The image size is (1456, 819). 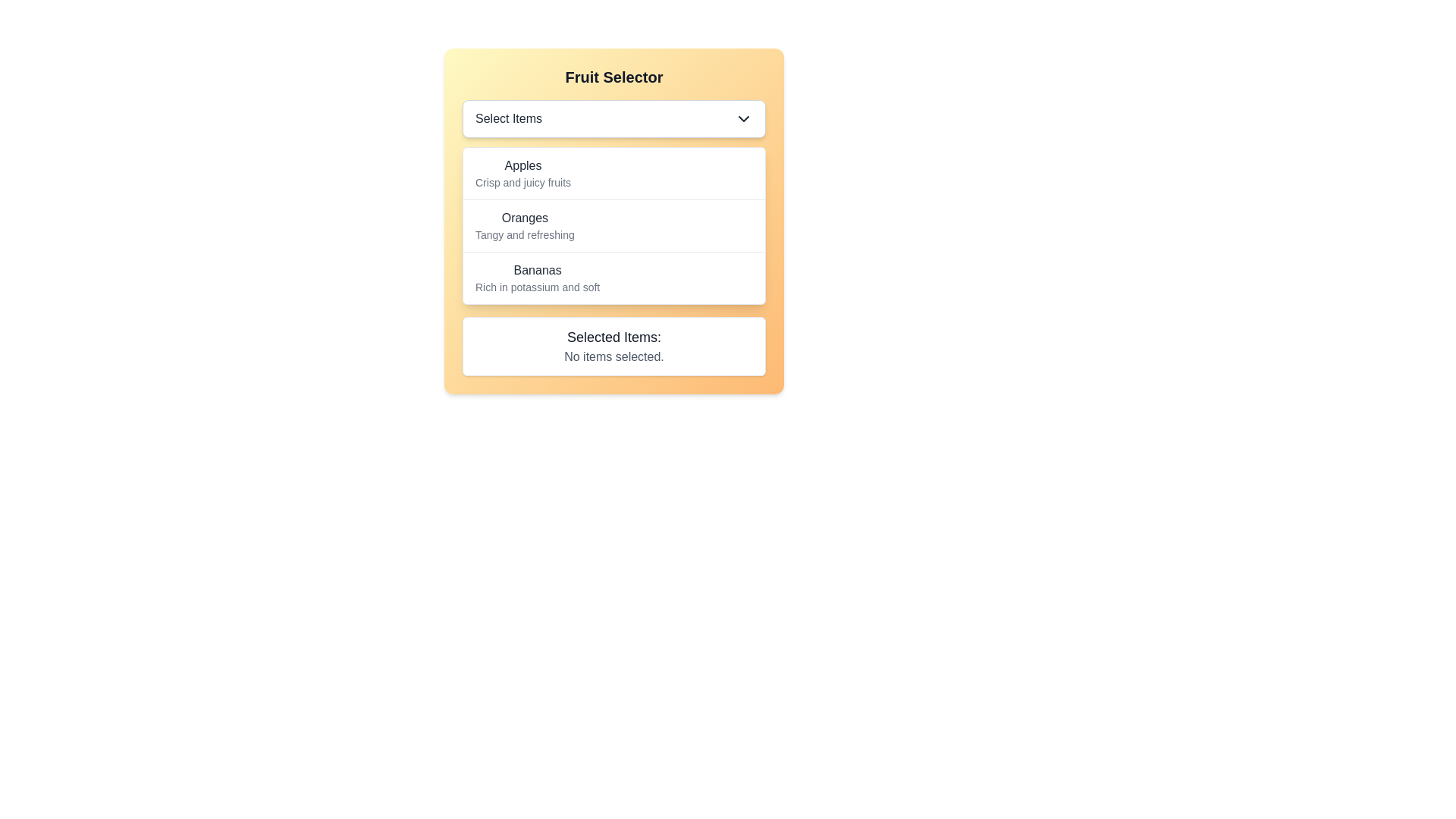 What do you see at coordinates (743, 118) in the screenshot?
I see `the Chevron icon, which is located on the far right of the 'Select Items' input field to toggle the dropdown menu visibility` at bounding box center [743, 118].